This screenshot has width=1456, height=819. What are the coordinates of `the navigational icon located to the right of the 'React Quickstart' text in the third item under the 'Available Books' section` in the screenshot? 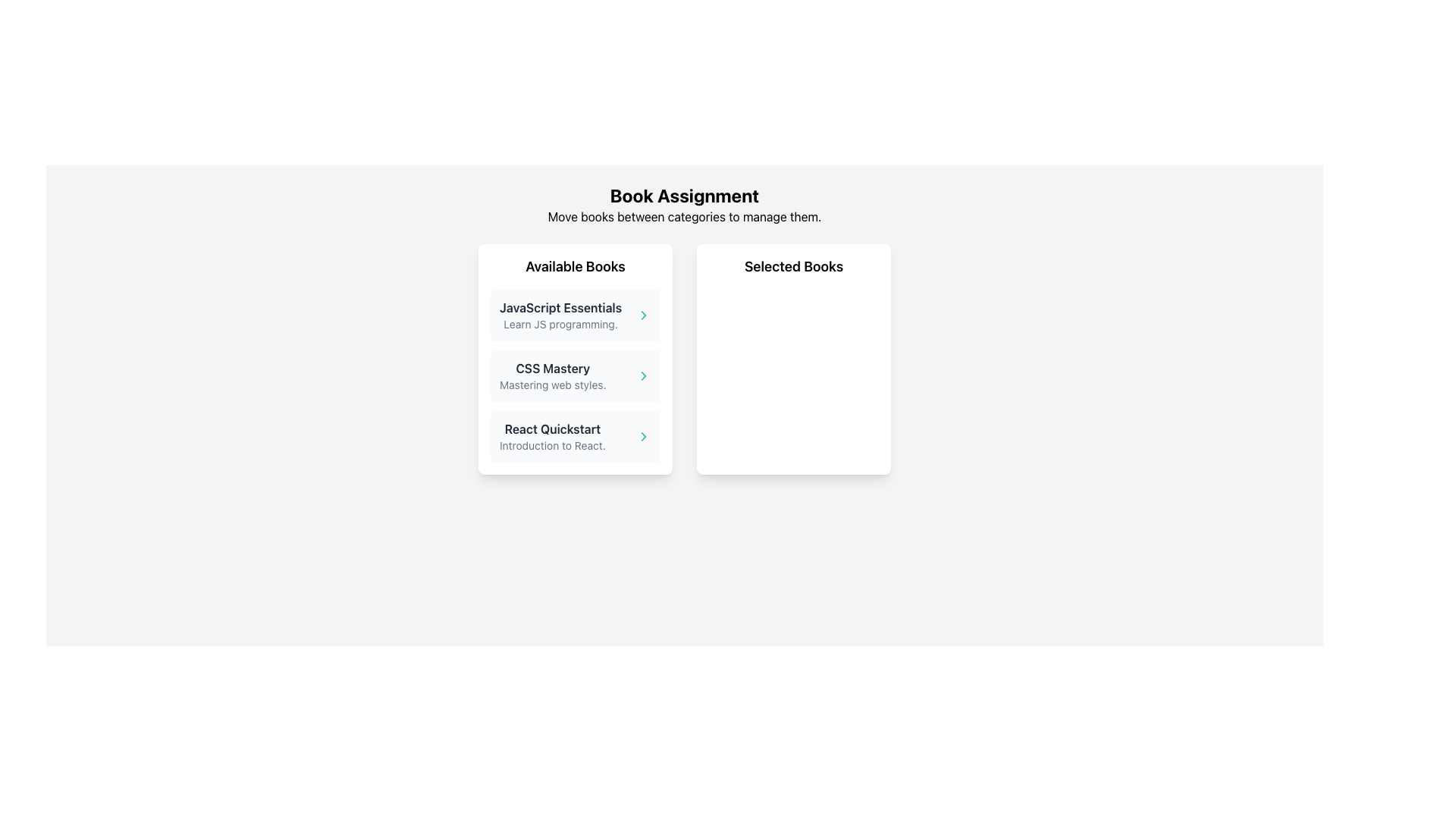 It's located at (644, 436).